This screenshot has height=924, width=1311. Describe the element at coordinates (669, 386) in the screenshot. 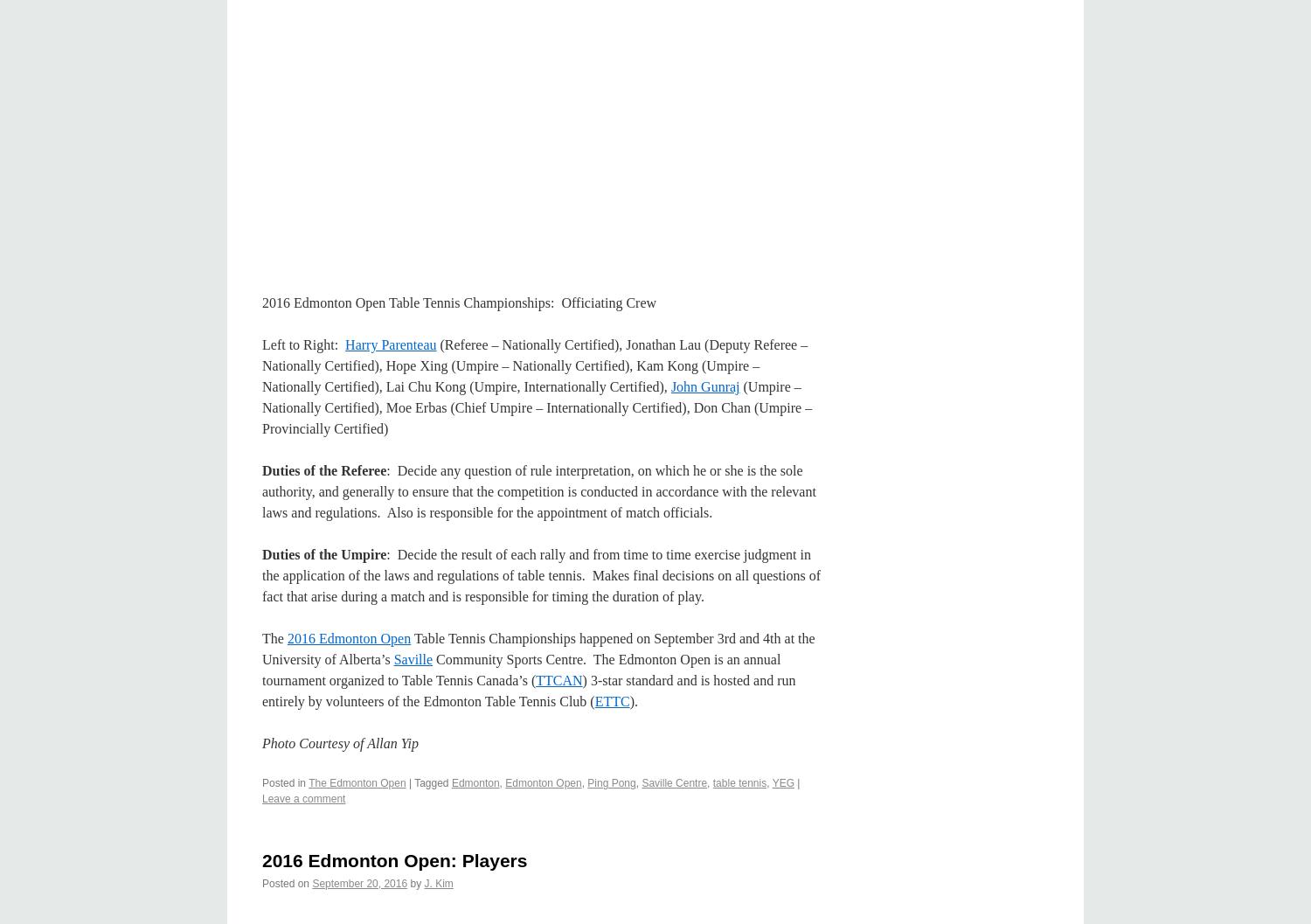

I see `'John Gunraj'` at that location.